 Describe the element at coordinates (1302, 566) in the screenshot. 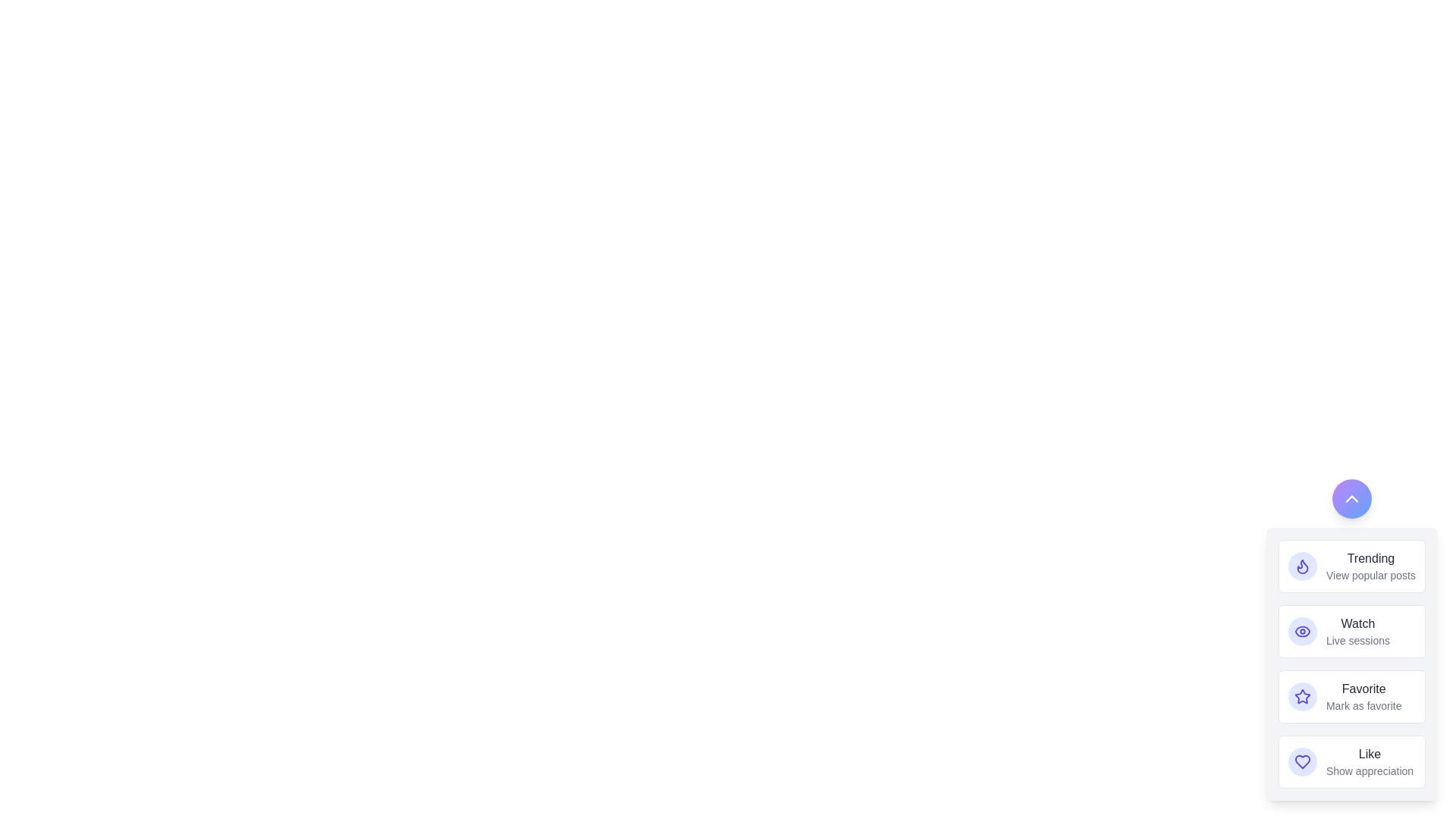

I see `the Trending button to trigger its functionality` at that location.